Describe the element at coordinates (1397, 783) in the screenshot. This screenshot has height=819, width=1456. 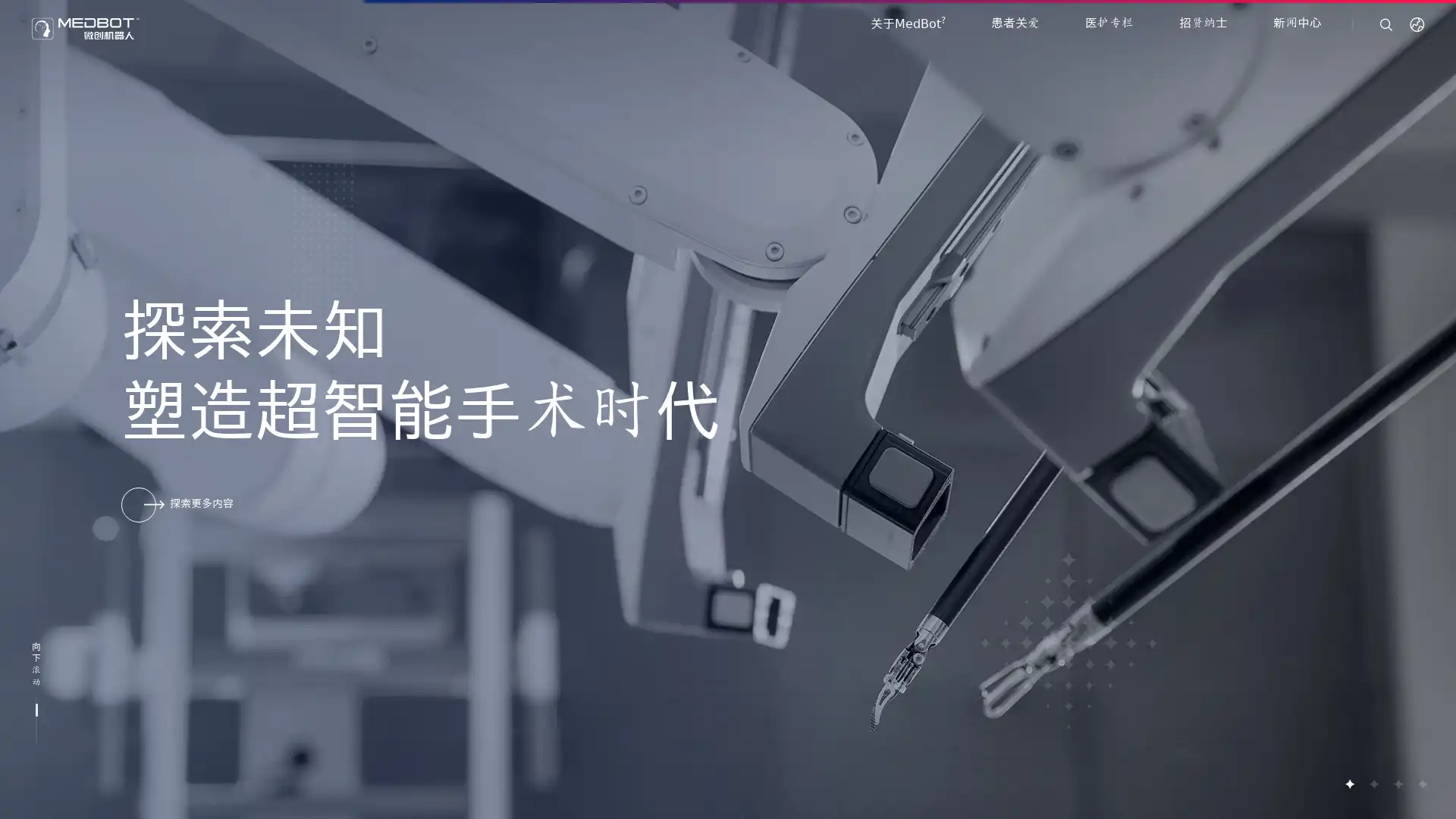
I see `Go to slide 3` at that location.